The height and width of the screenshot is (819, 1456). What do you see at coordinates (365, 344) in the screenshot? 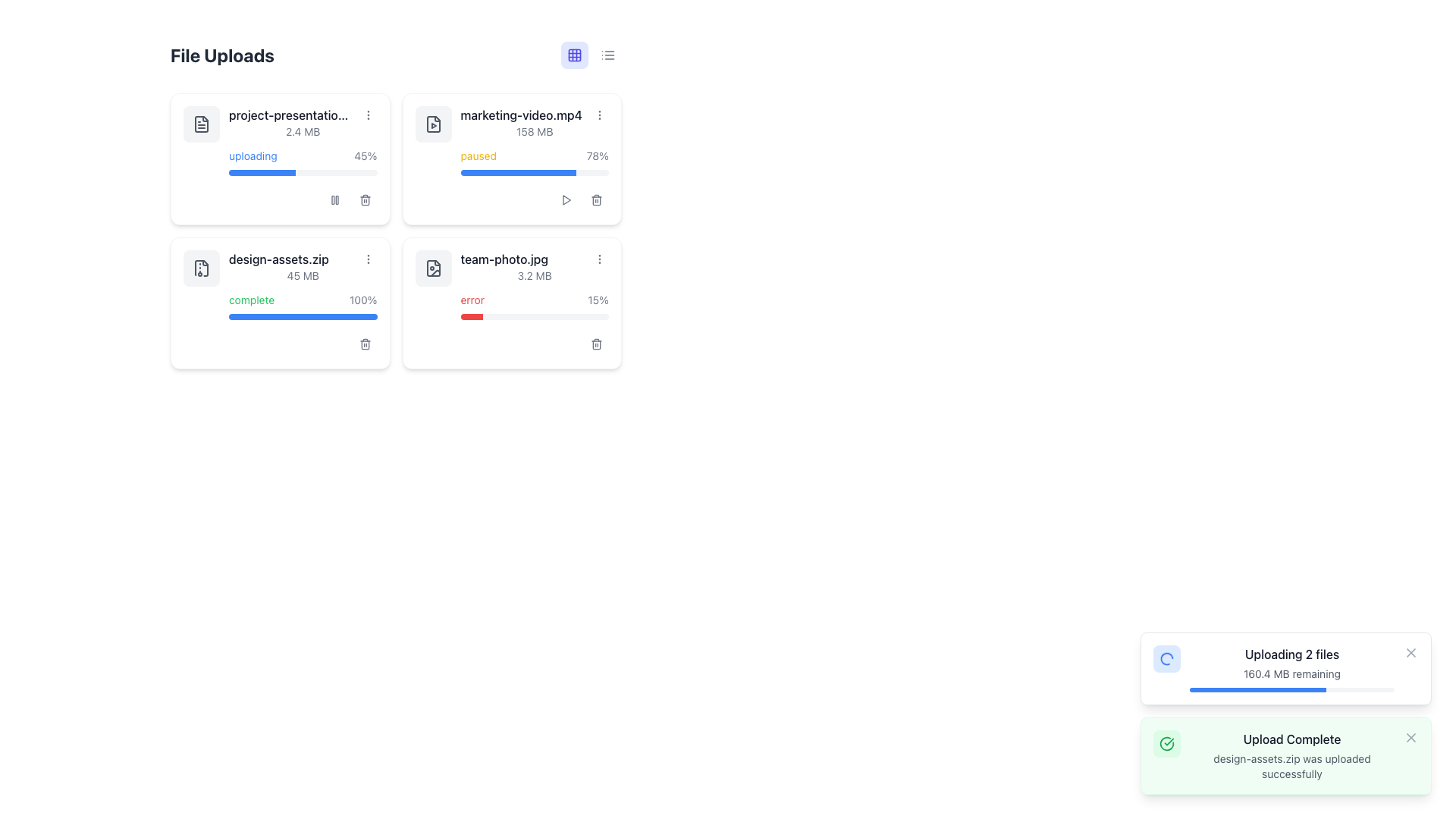
I see `the gray circular button with a trash can icon located underneath the 'design-assets.zip' entry in the 'File Uploads' section` at bounding box center [365, 344].